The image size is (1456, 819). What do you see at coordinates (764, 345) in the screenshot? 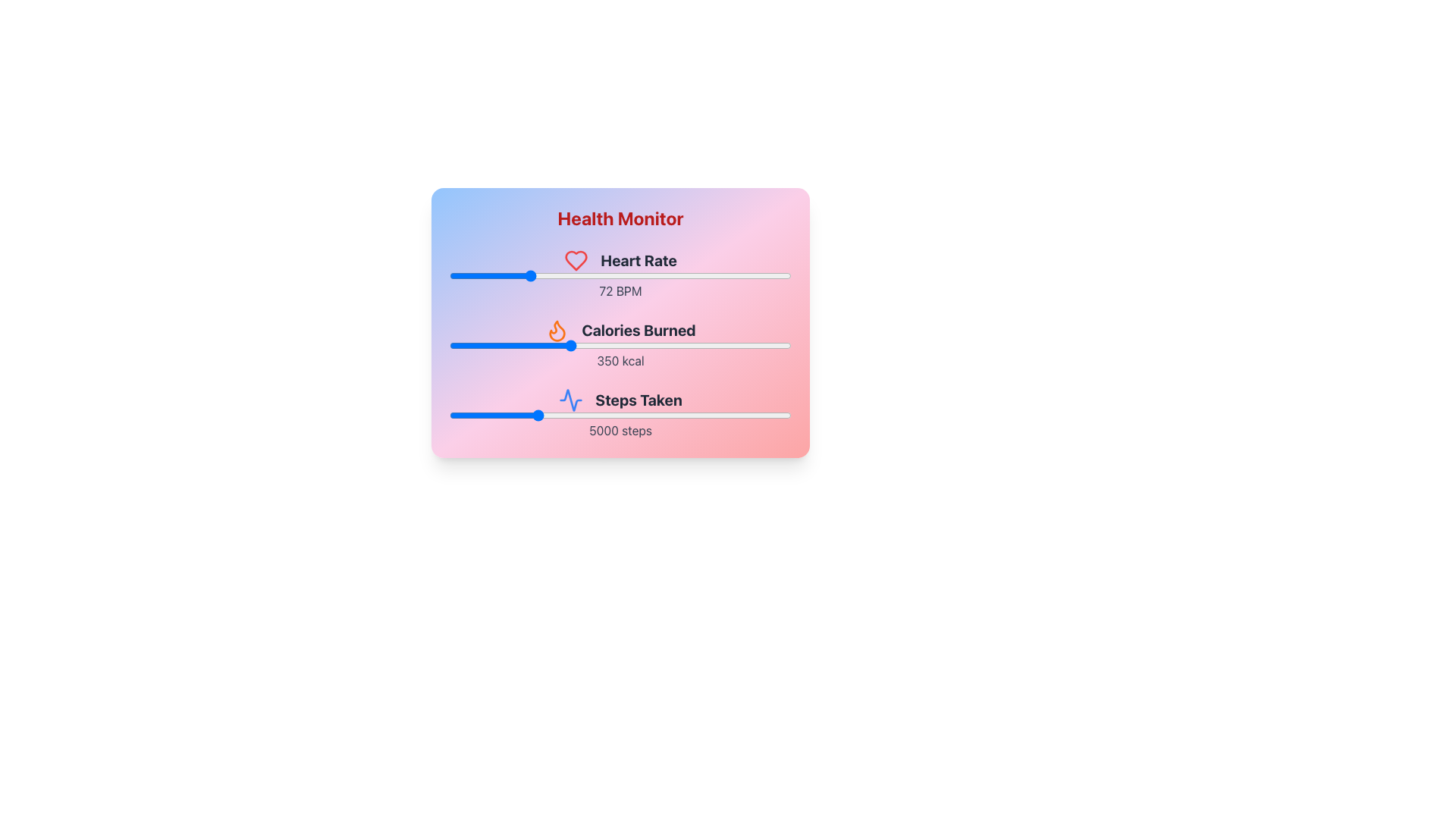
I see `calories burned` at bounding box center [764, 345].